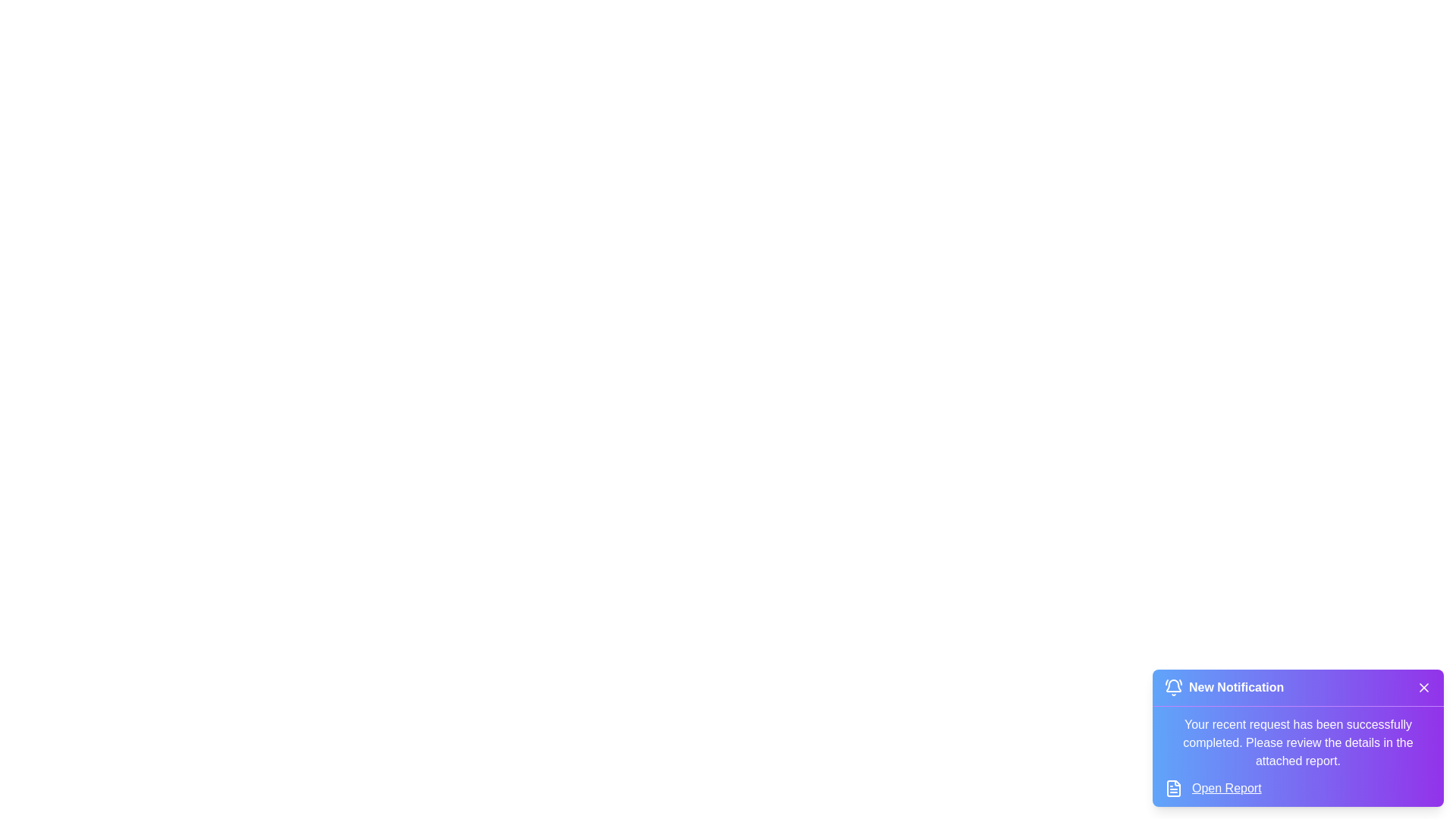 The height and width of the screenshot is (819, 1456). What do you see at coordinates (1423, 687) in the screenshot?
I see `the 'X' button located in the upper right corner of the notification box` at bounding box center [1423, 687].